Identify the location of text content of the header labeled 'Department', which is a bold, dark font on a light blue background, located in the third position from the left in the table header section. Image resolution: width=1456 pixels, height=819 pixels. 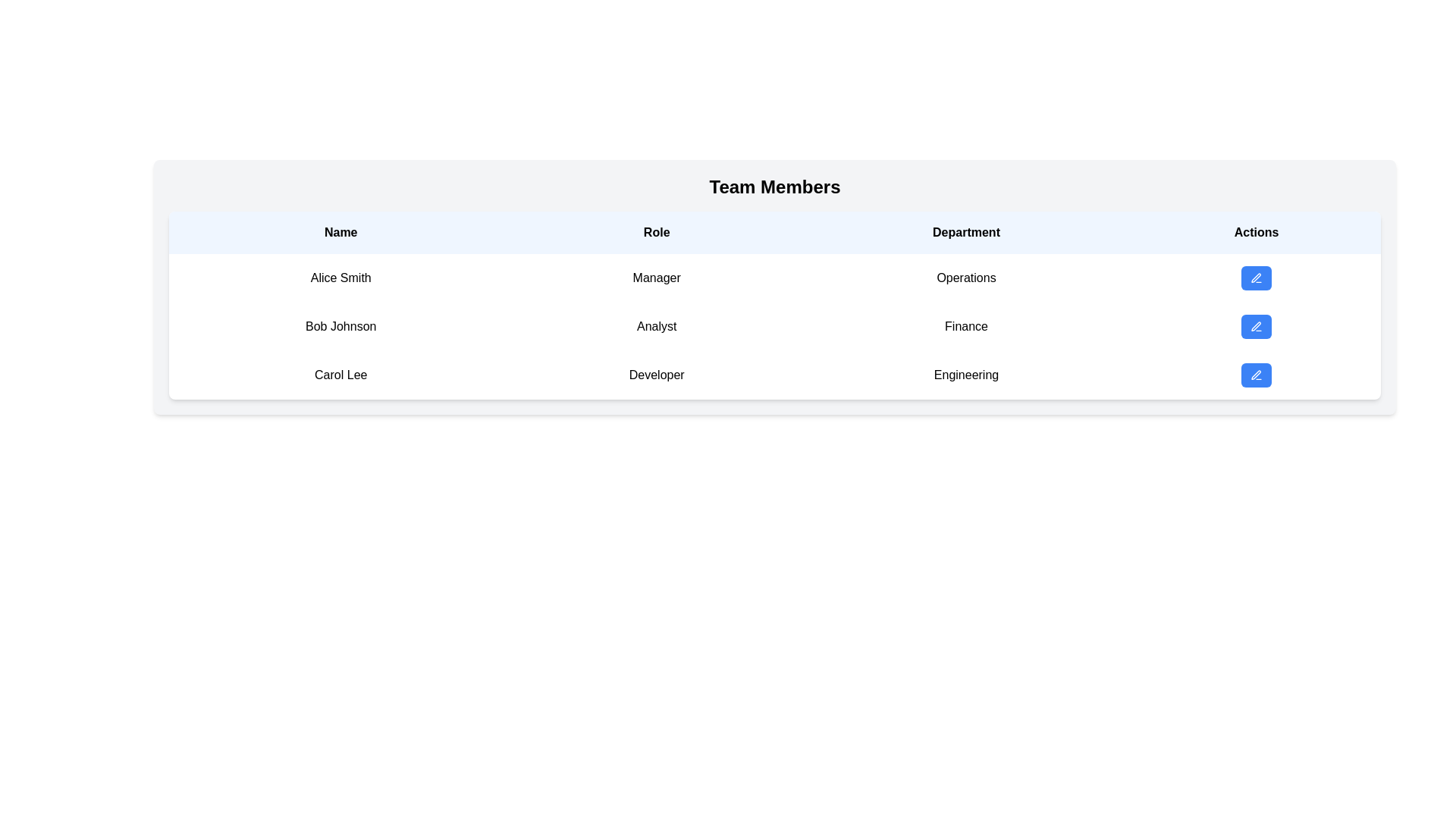
(965, 233).